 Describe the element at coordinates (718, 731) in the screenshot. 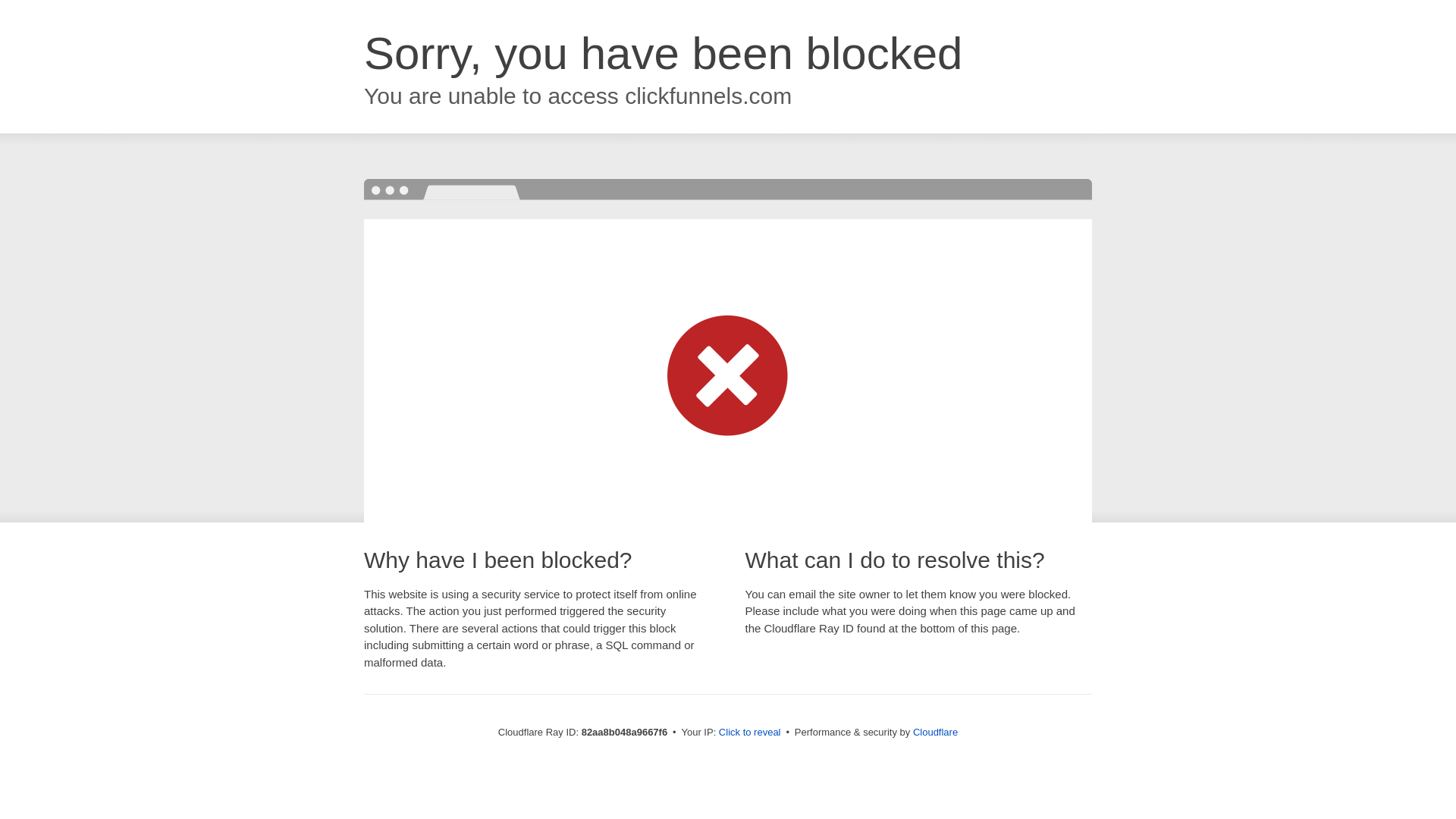

I see `'Click to reveal'` at that location.